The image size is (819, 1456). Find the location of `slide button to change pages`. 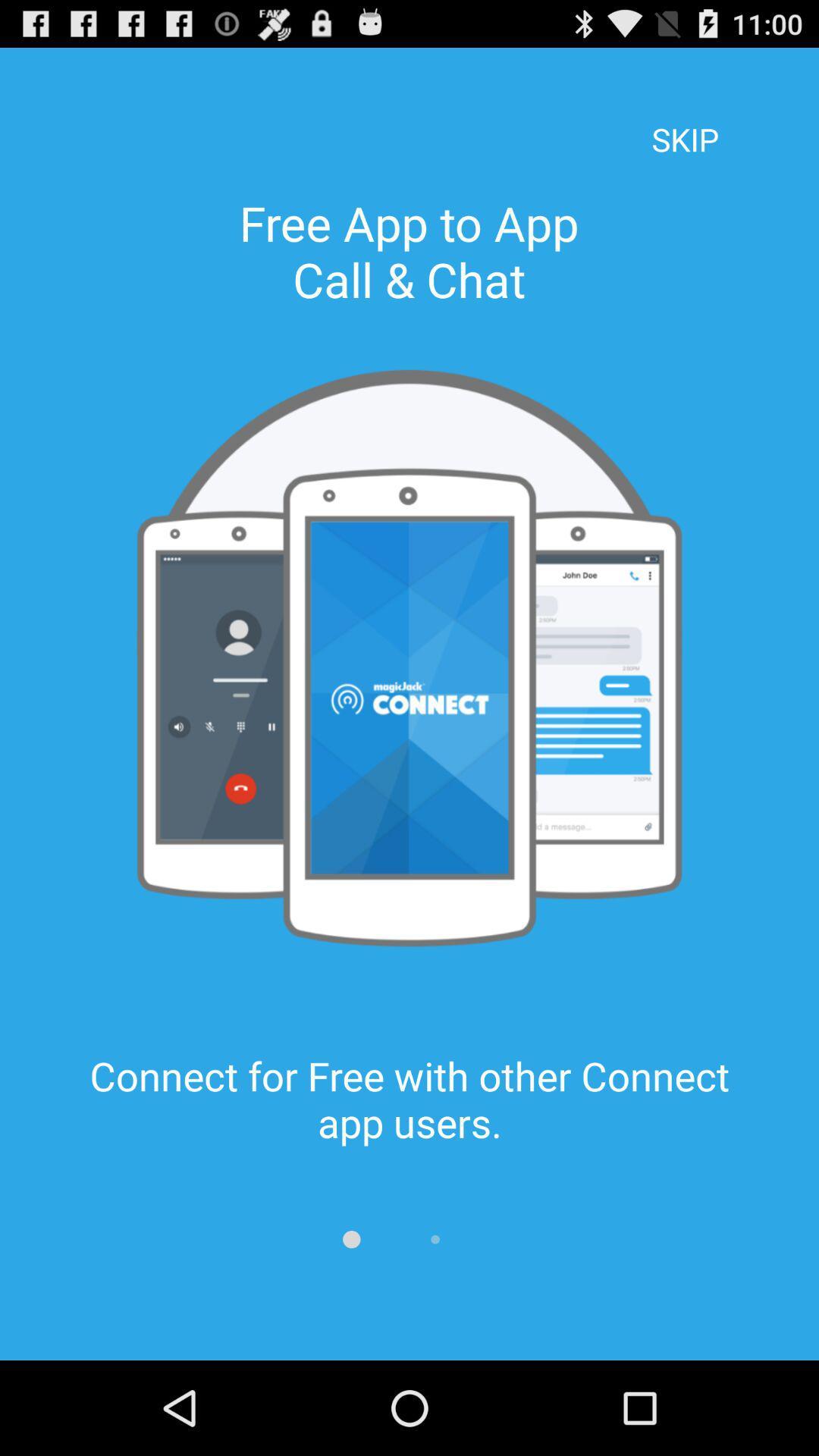

slide button to change pages is located at coordinates (351, 1239).